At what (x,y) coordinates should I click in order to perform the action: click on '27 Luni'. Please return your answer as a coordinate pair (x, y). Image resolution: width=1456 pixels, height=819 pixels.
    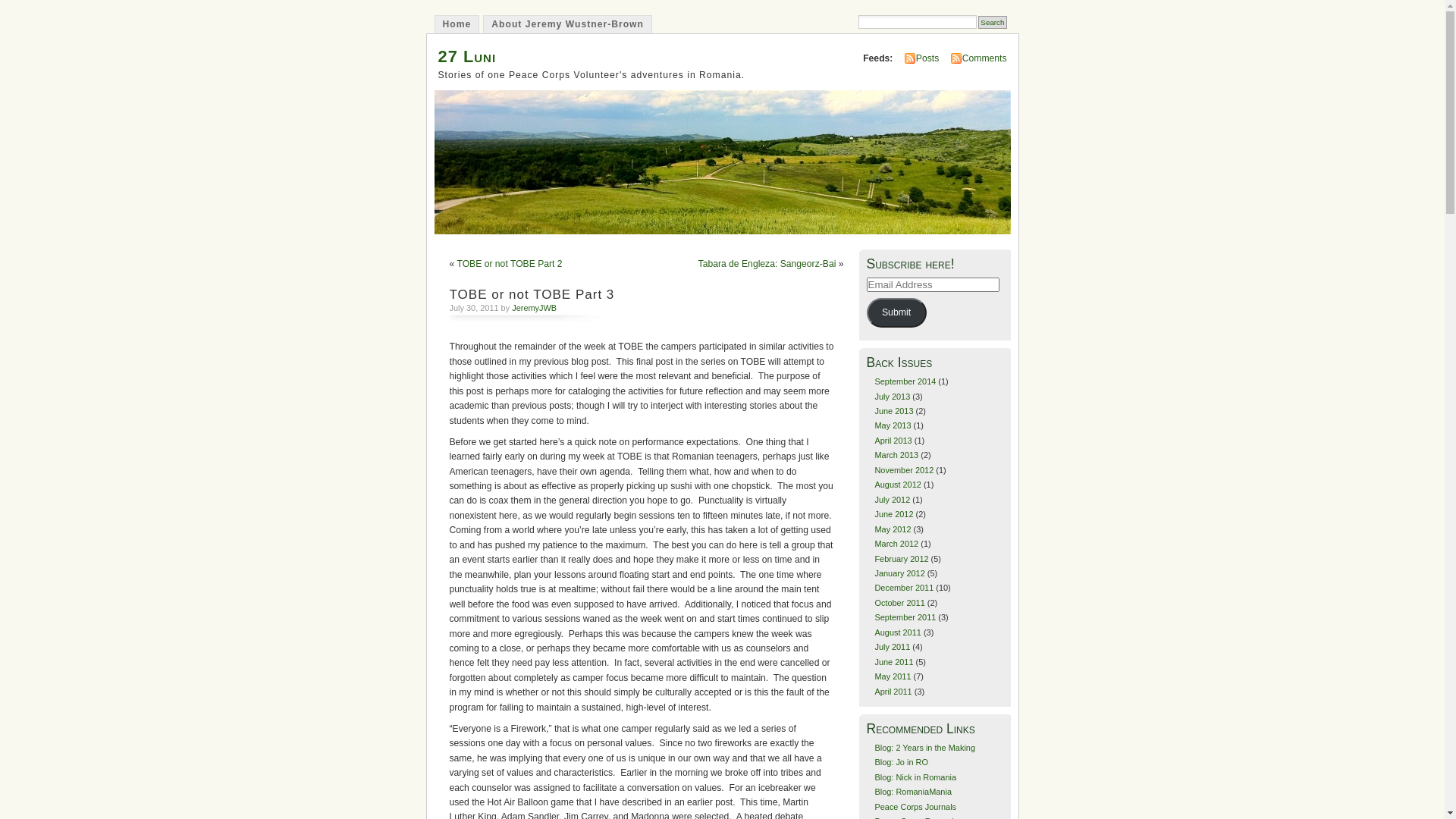
    Looking at the image, I should click on (466, 55).